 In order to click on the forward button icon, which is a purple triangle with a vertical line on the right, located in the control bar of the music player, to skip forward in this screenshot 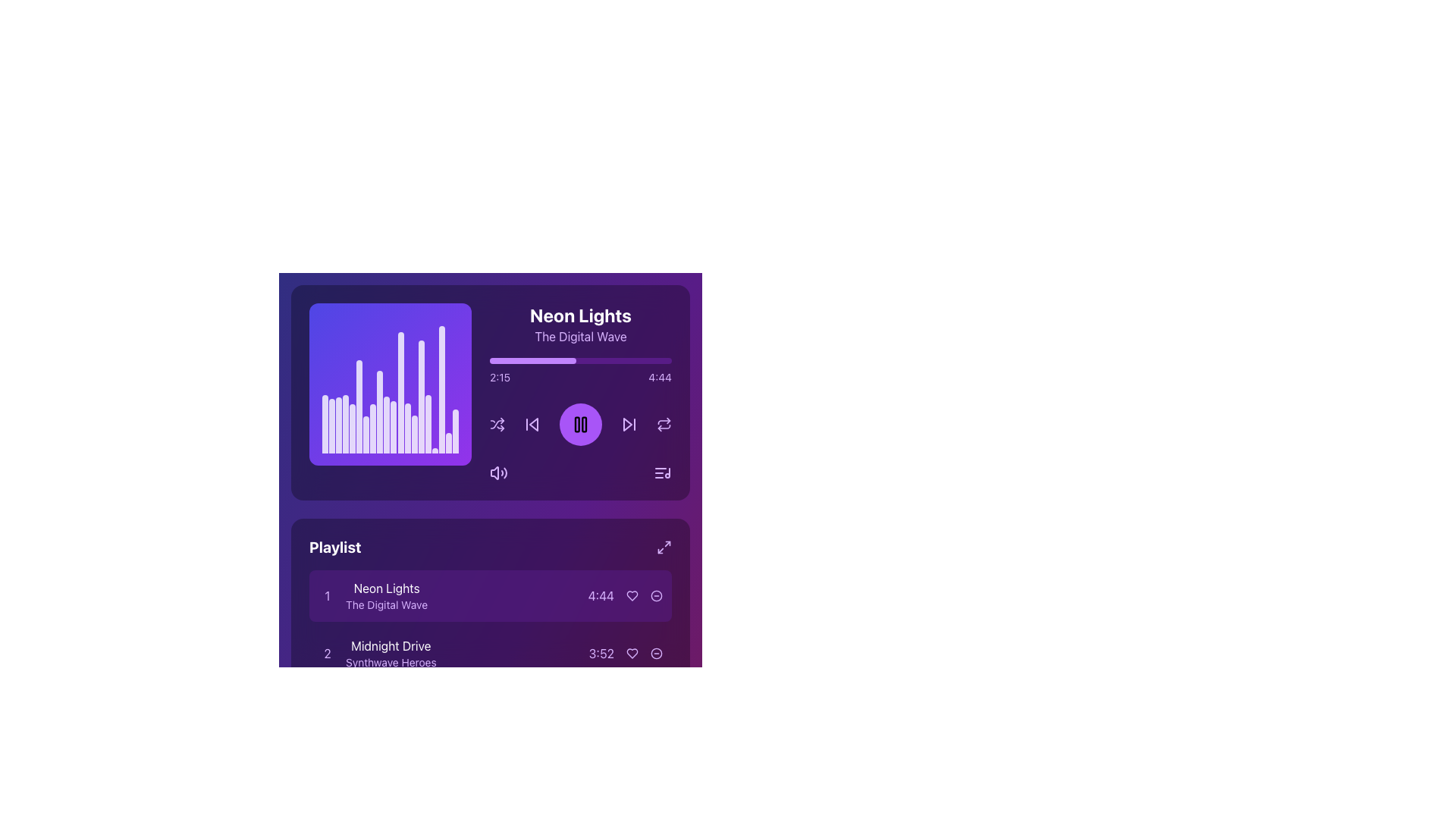, I will do `click(629, 424)`.